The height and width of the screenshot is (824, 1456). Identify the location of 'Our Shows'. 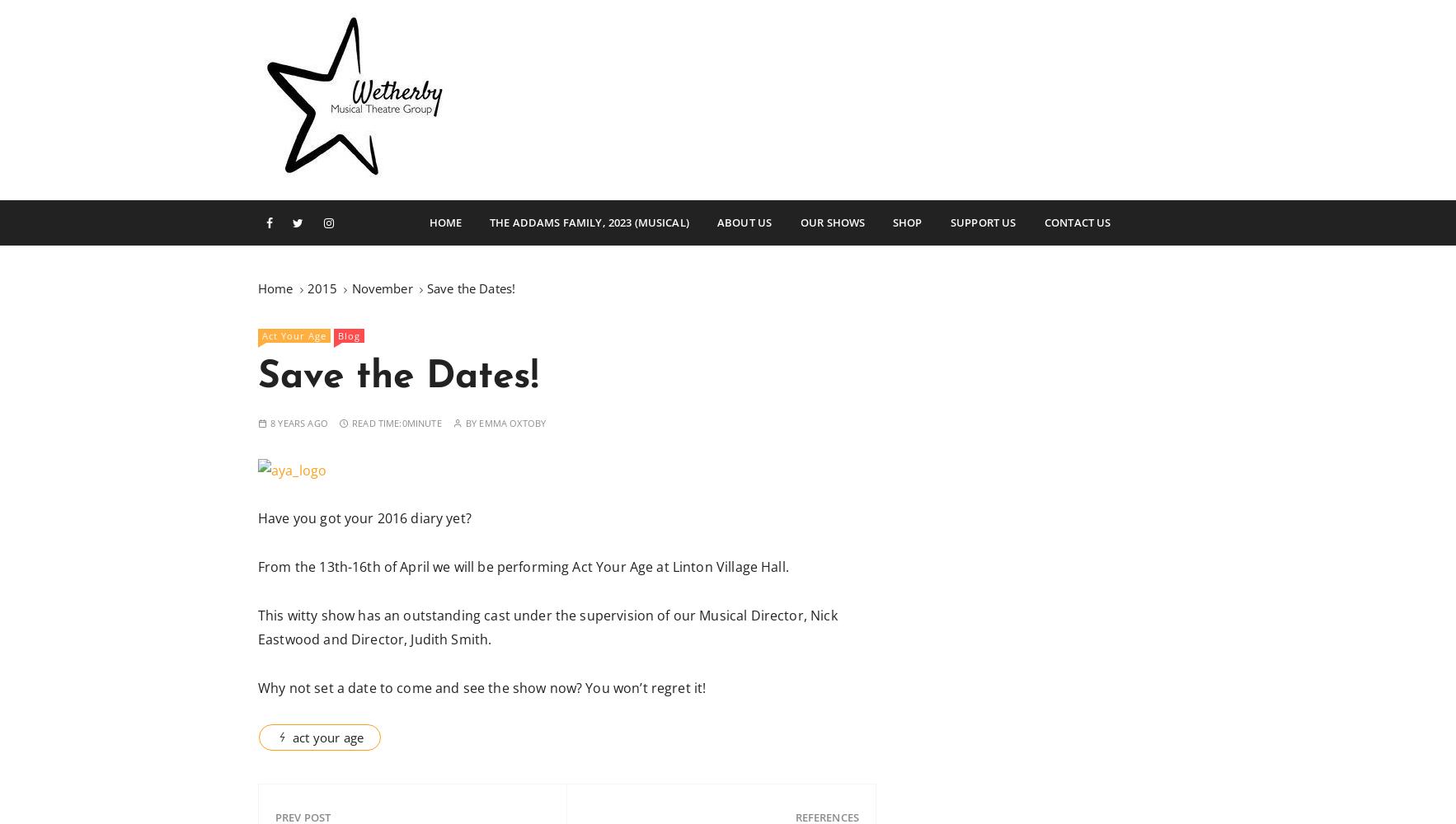
(799, 222).